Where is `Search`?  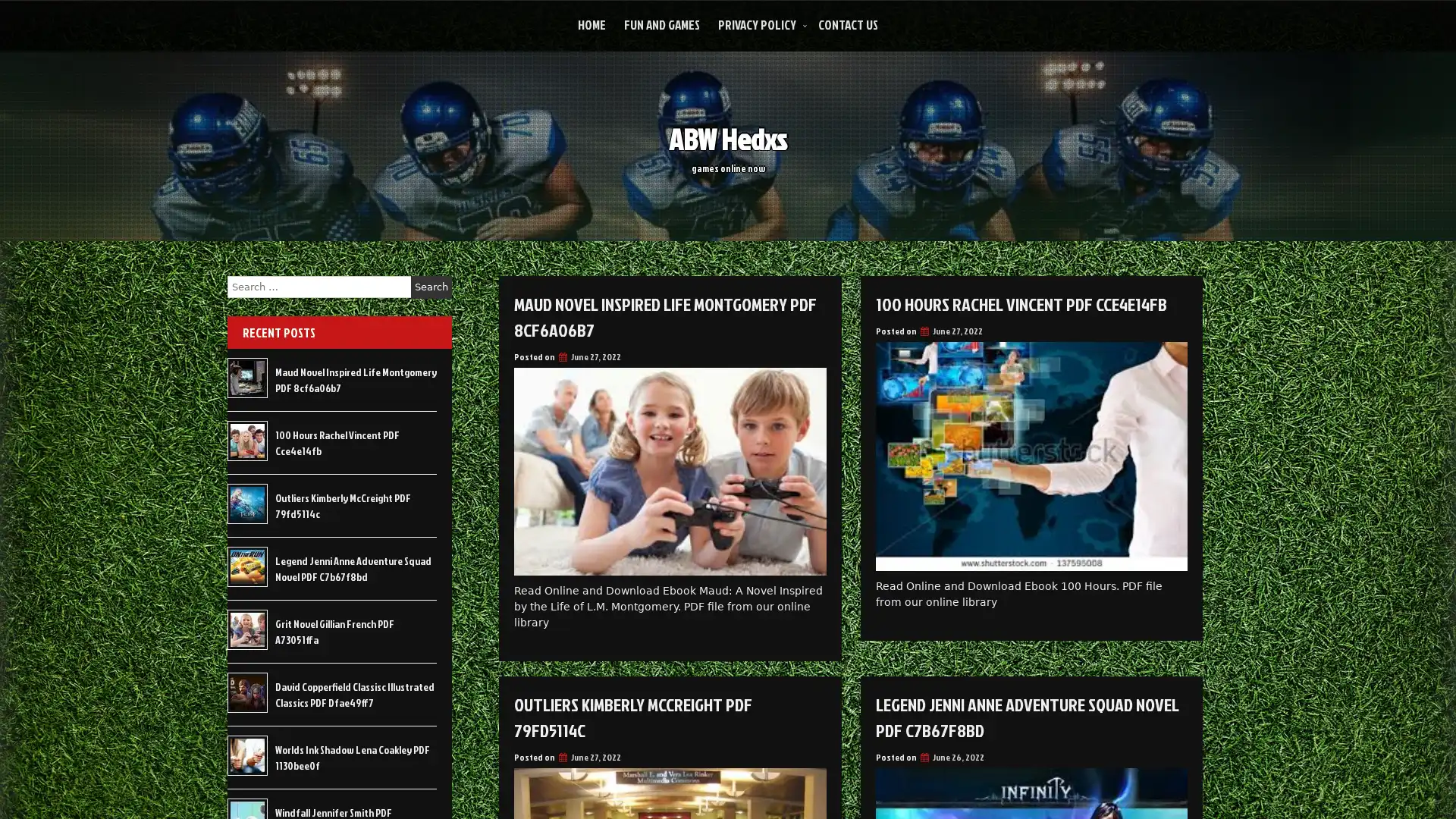
Search is located at coordinates (431, 287).